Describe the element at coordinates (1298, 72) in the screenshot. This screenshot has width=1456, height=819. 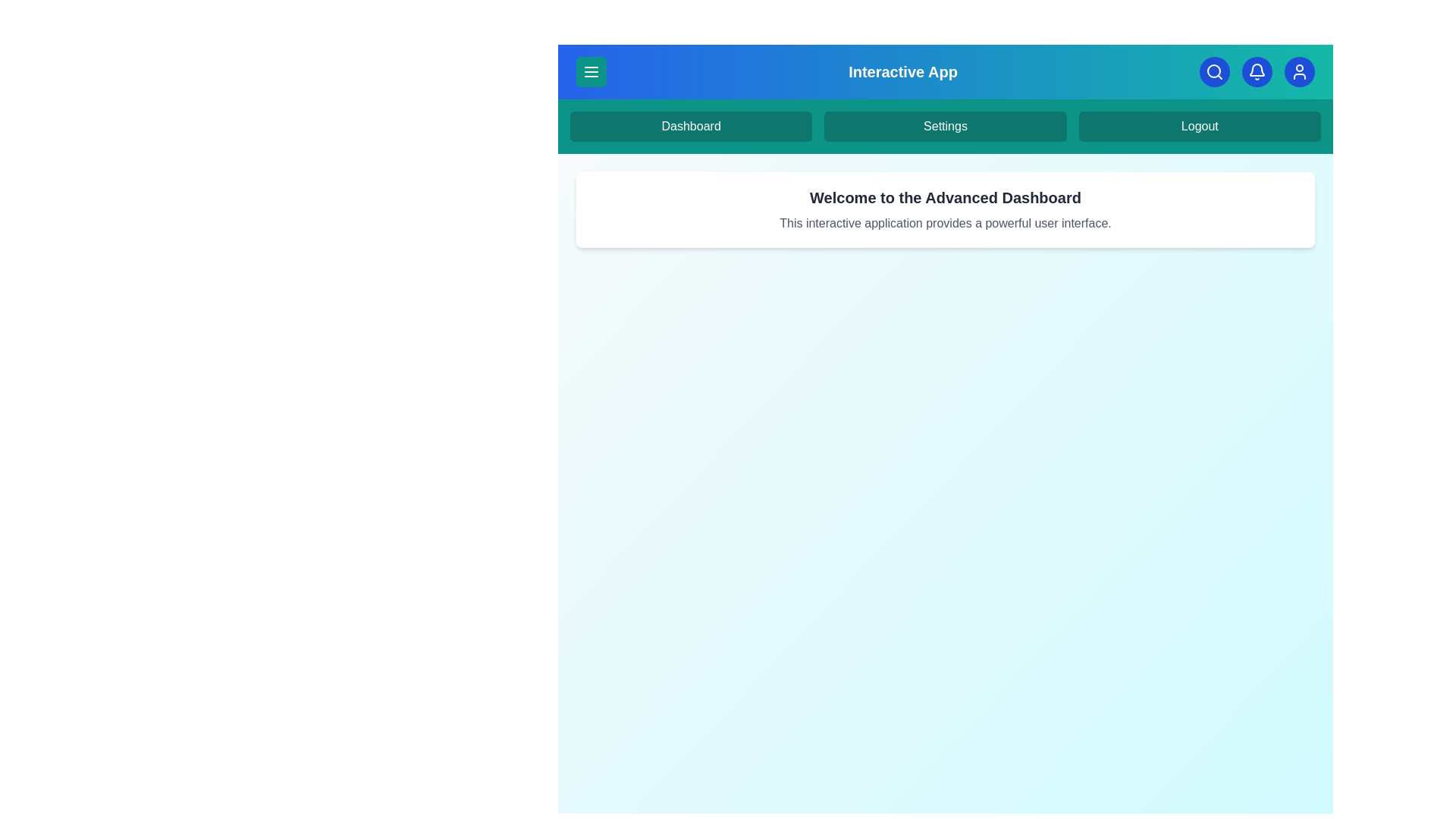
I see `the 'User Profile' button located at the top-right corner of the header` at that location.